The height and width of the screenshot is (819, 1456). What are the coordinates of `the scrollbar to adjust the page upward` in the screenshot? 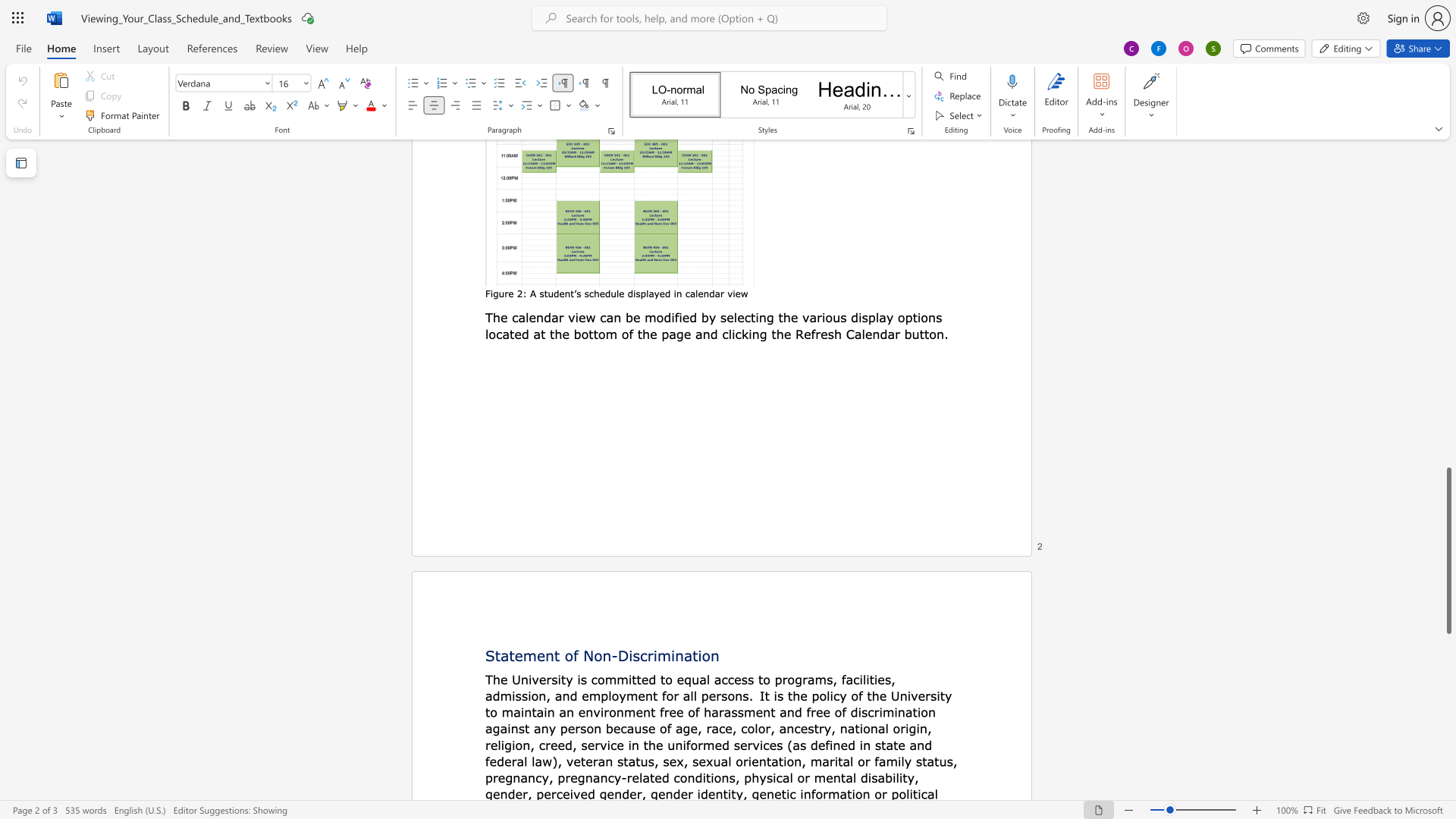 It's located at (1448, 363).